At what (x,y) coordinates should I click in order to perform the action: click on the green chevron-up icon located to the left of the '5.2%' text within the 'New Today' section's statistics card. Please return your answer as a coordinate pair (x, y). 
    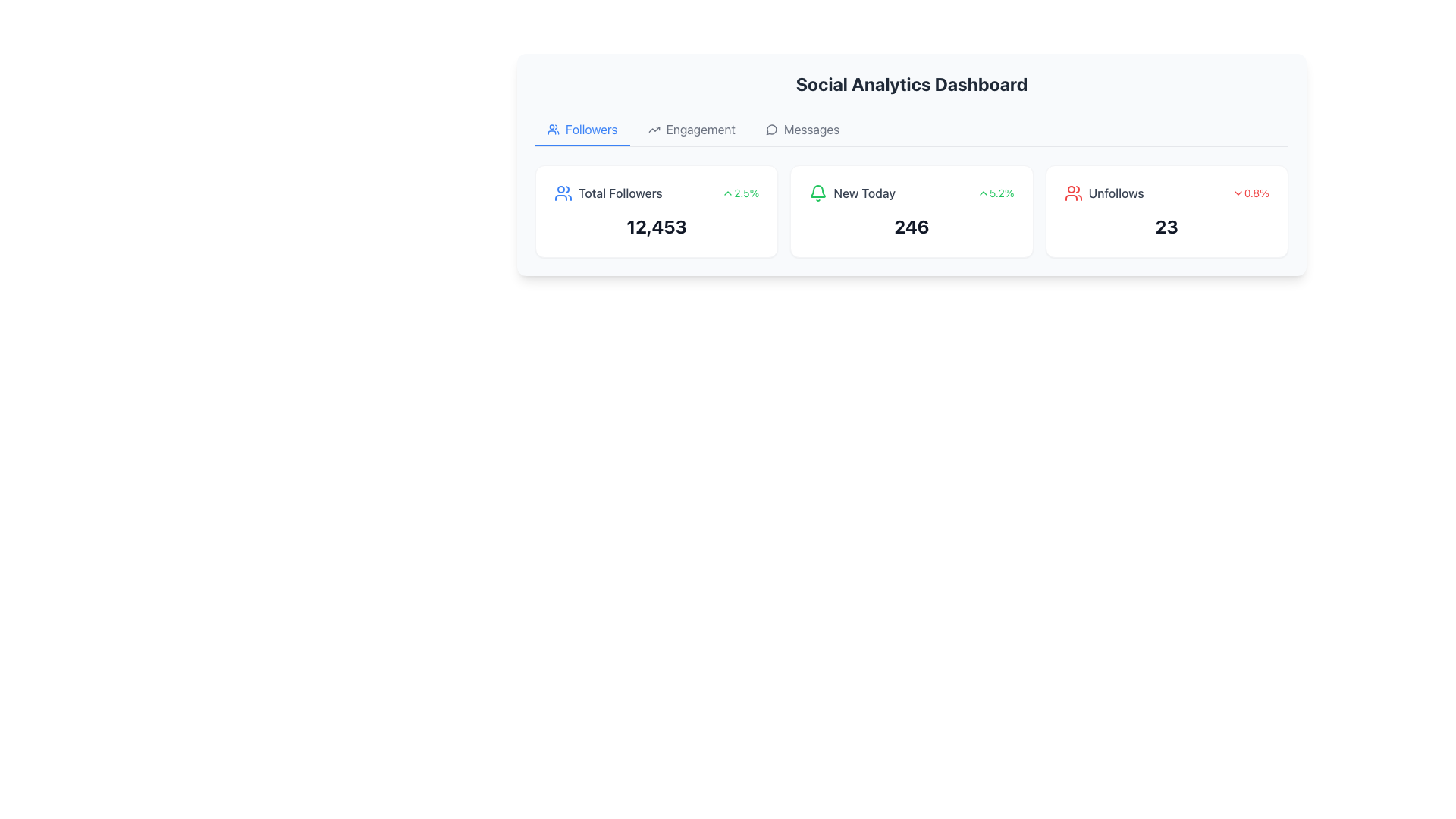
    Looking at the image, I should click on (983, 192).